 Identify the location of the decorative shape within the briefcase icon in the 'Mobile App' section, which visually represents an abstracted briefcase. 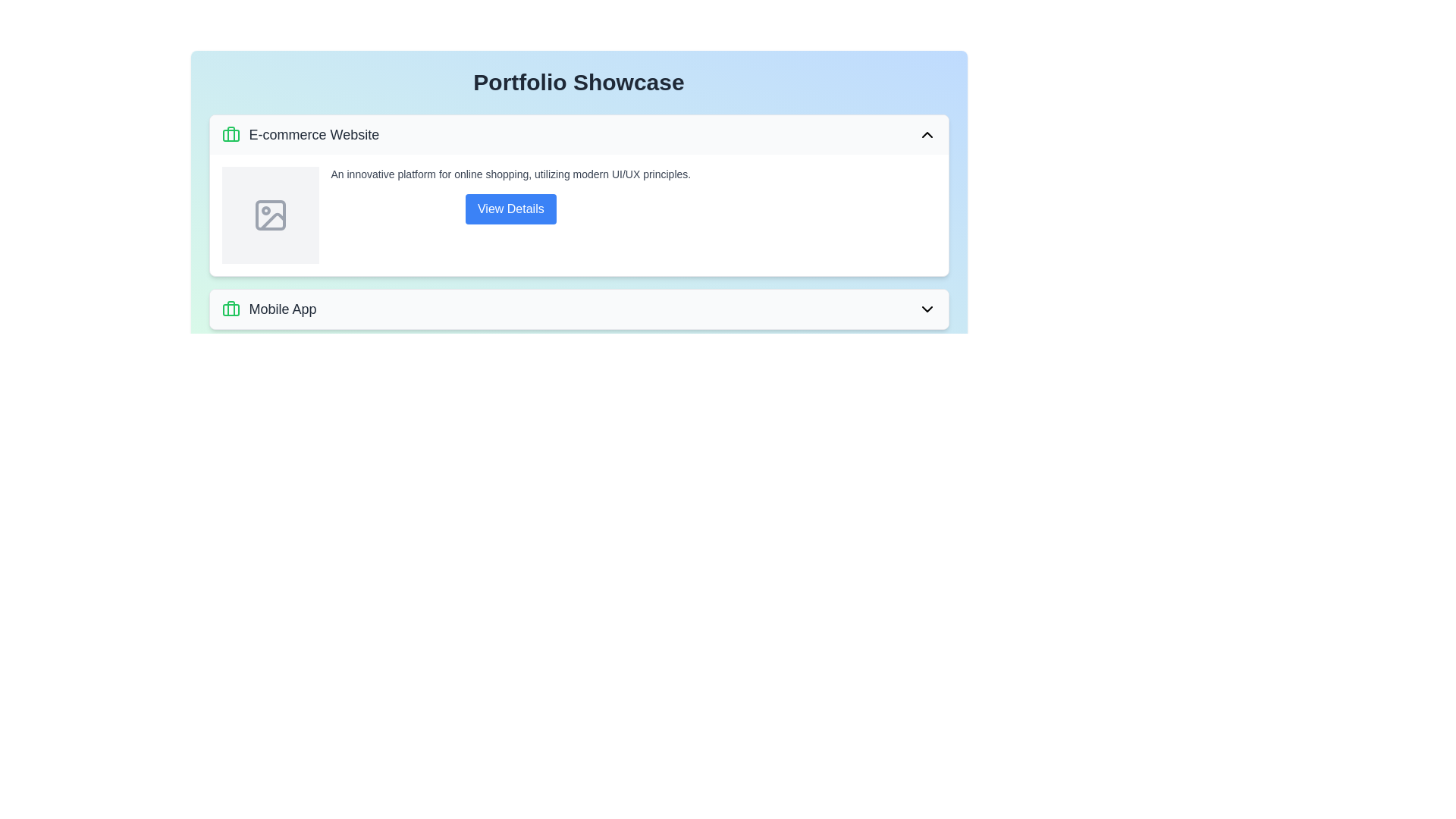
(230, 134).